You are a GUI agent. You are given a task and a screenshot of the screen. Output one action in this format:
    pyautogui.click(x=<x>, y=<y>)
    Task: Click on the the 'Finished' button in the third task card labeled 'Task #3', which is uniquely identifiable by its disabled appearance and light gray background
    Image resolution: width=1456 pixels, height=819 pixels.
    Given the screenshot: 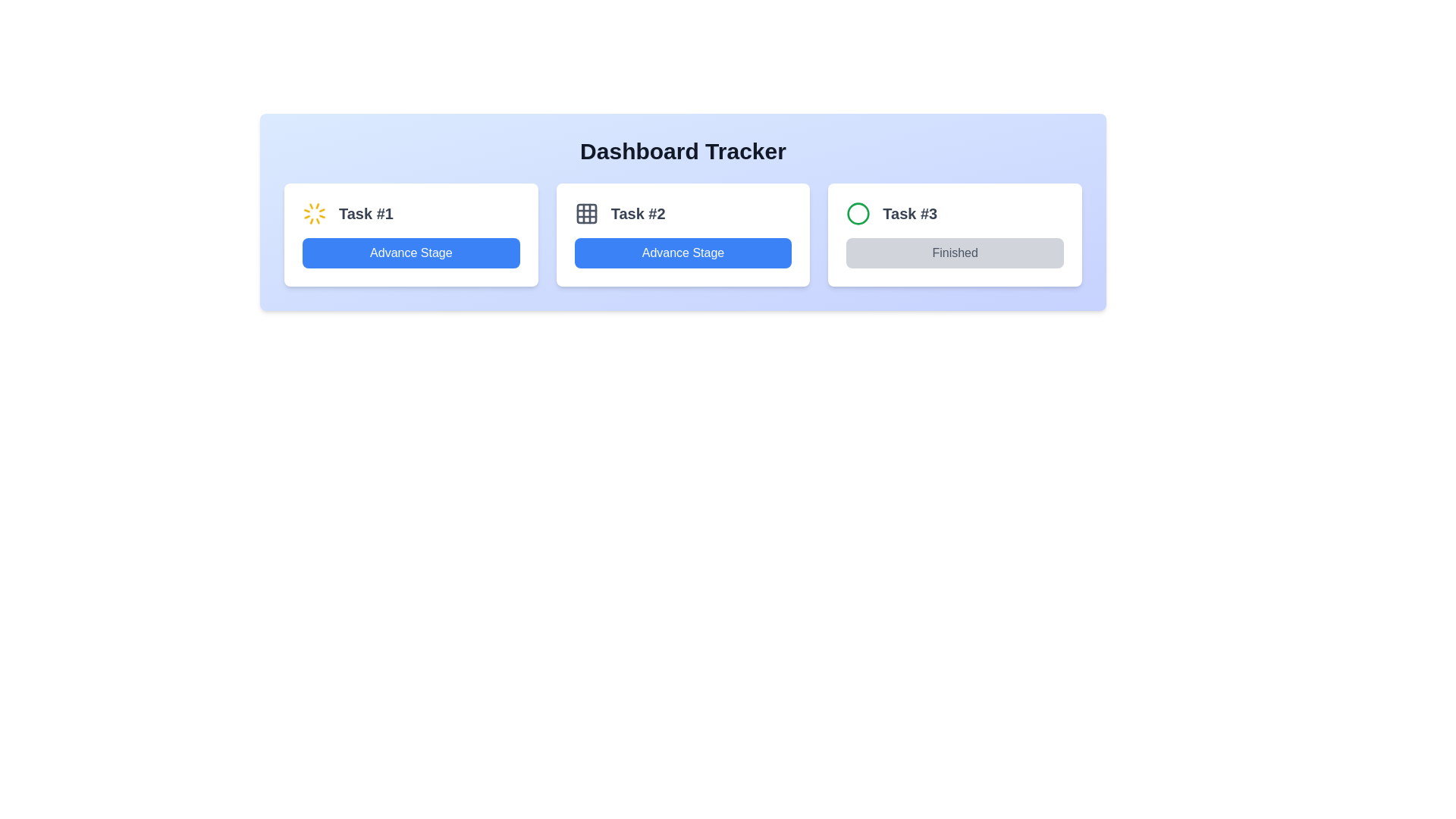 What is the action you would take?
    pyautogui.click(x=954, y=253)
    